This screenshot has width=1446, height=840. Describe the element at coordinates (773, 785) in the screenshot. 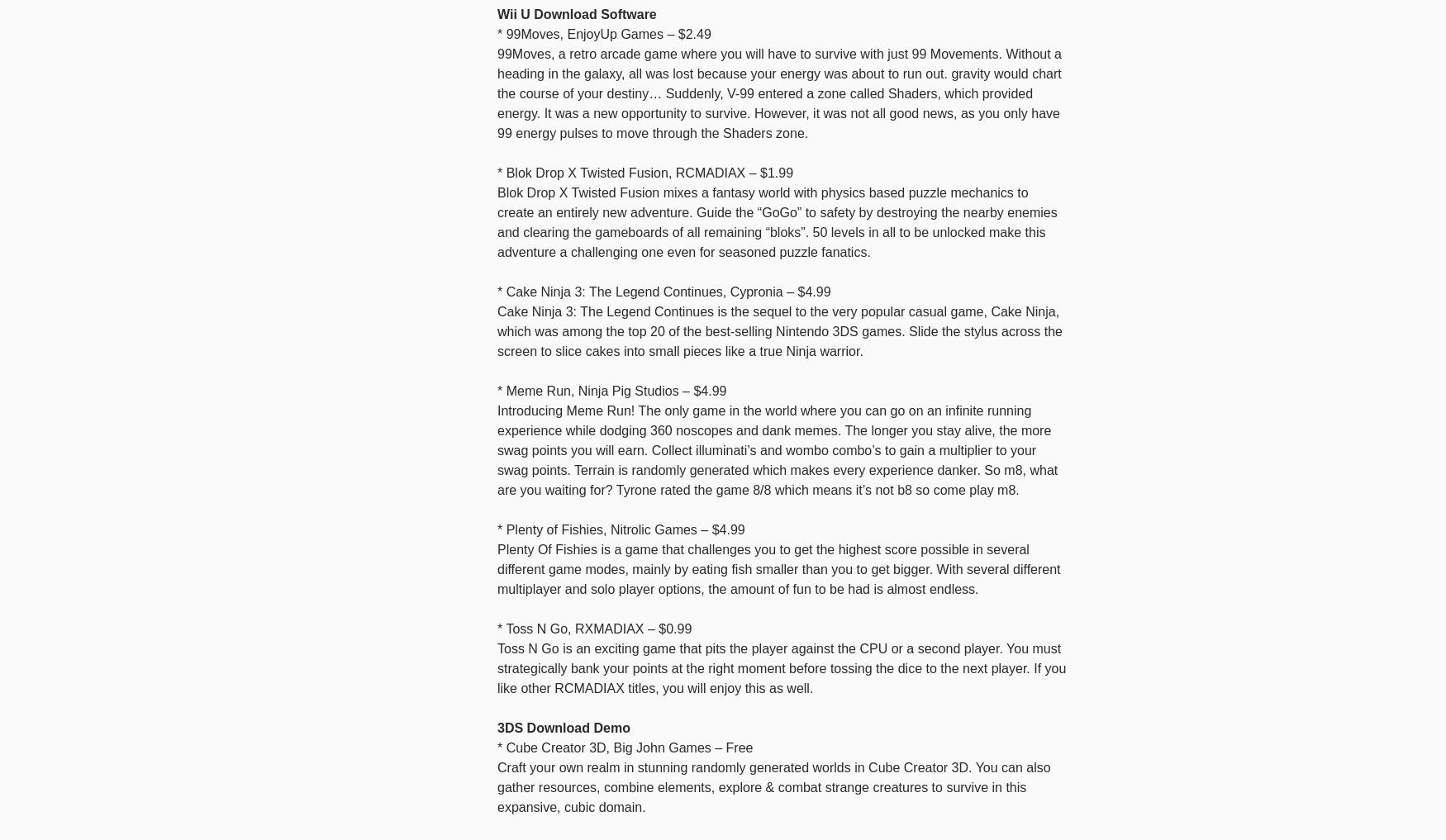

I see `'Craft your own realm in stunning randomly generated worlds in Cube Creator 3D. You can also gather resources, combine elements, explore & combat strange creatures to survive in this expansive, cubic domain.'` at that location.